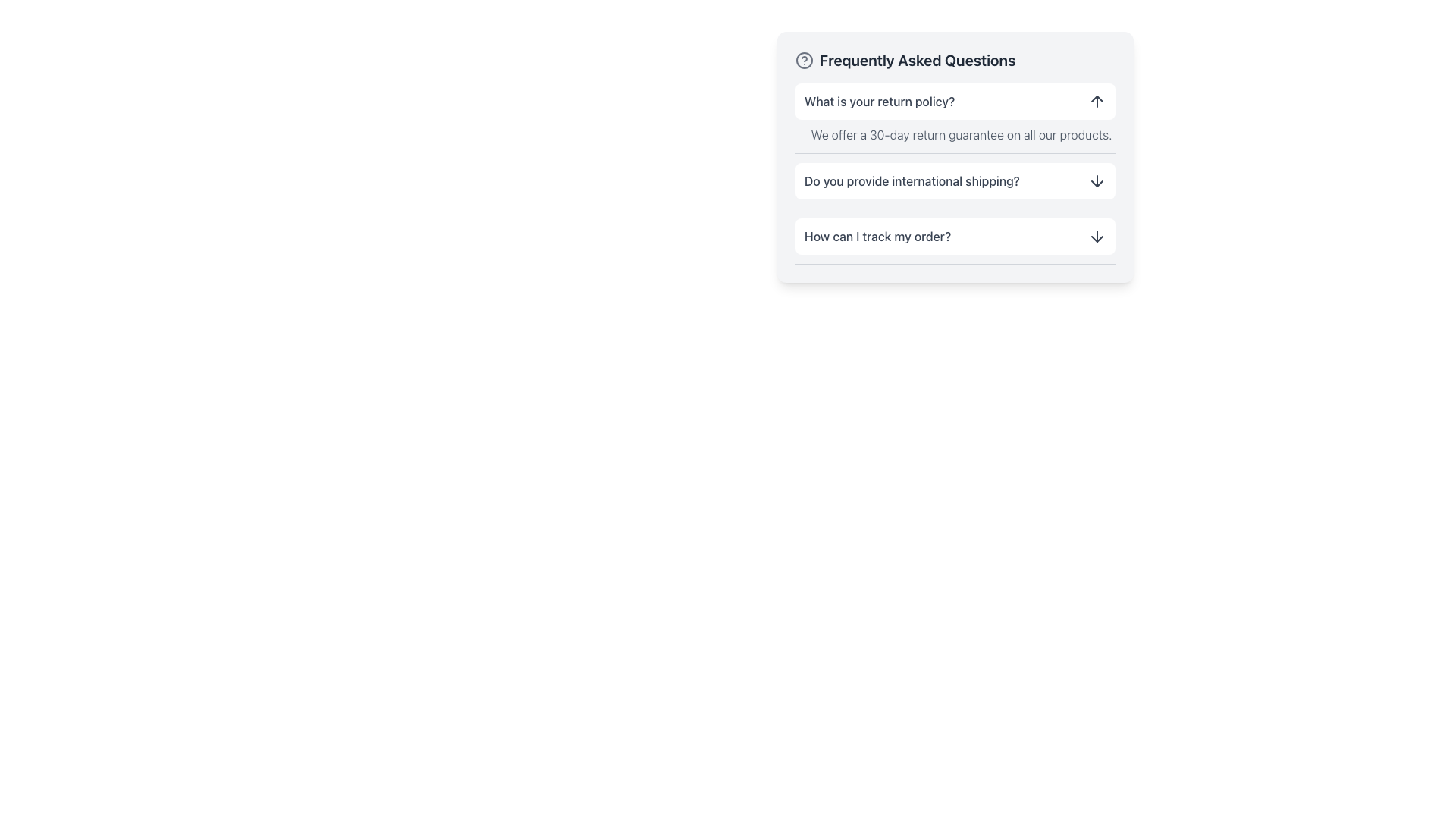 This screenshot has width=1456, height=819. I want to click on the SVG Circle that is part of the help icon near the 'Frequently Asked Questions' heading, so click(803, 60).